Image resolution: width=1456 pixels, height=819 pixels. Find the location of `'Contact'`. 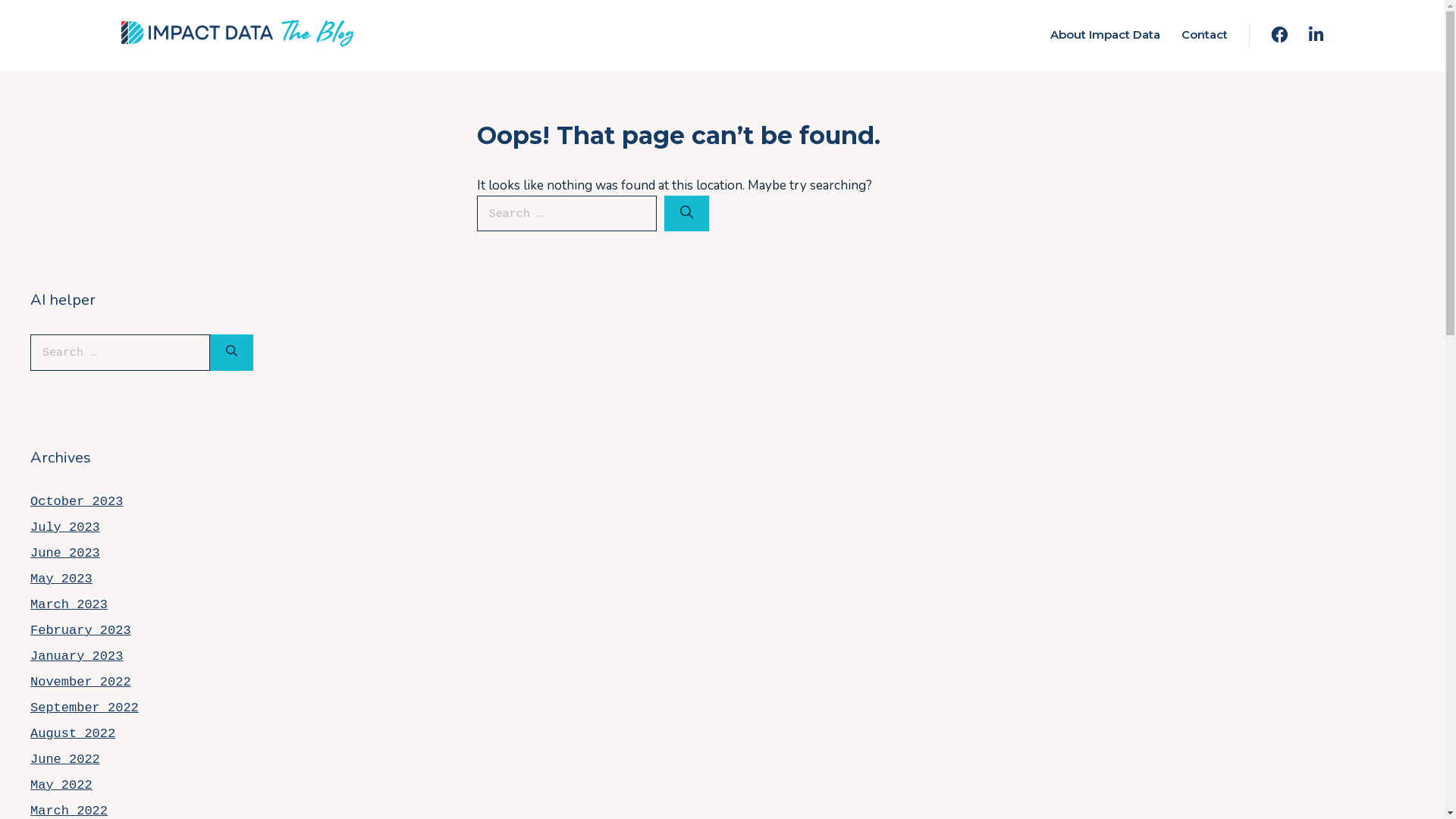

'Contact' is located at coordinates (1203, 34).